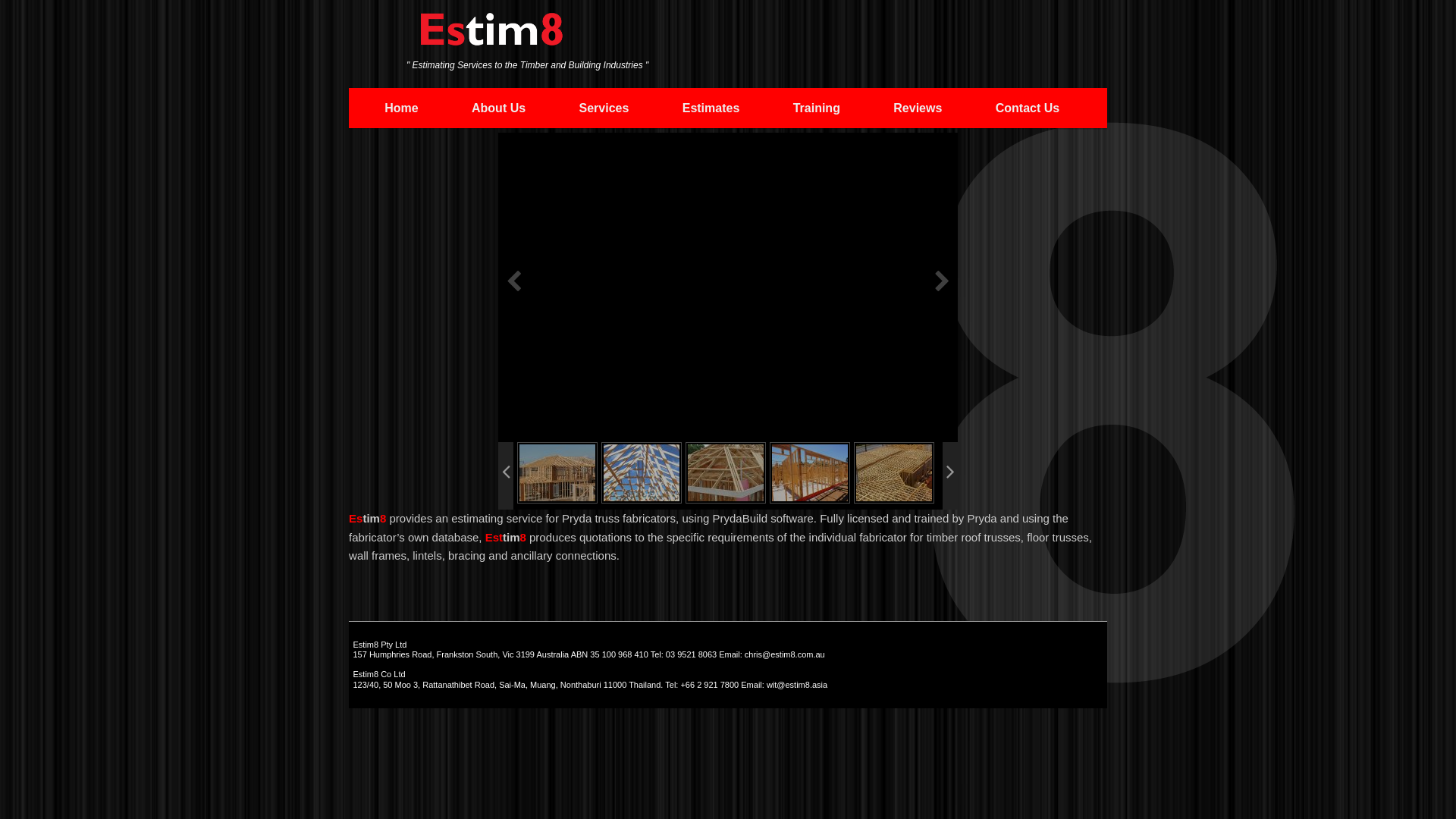 Image resolution: width=1456 pixels, height=819 pixels. I want to click on 'Services', so click(551, 107).